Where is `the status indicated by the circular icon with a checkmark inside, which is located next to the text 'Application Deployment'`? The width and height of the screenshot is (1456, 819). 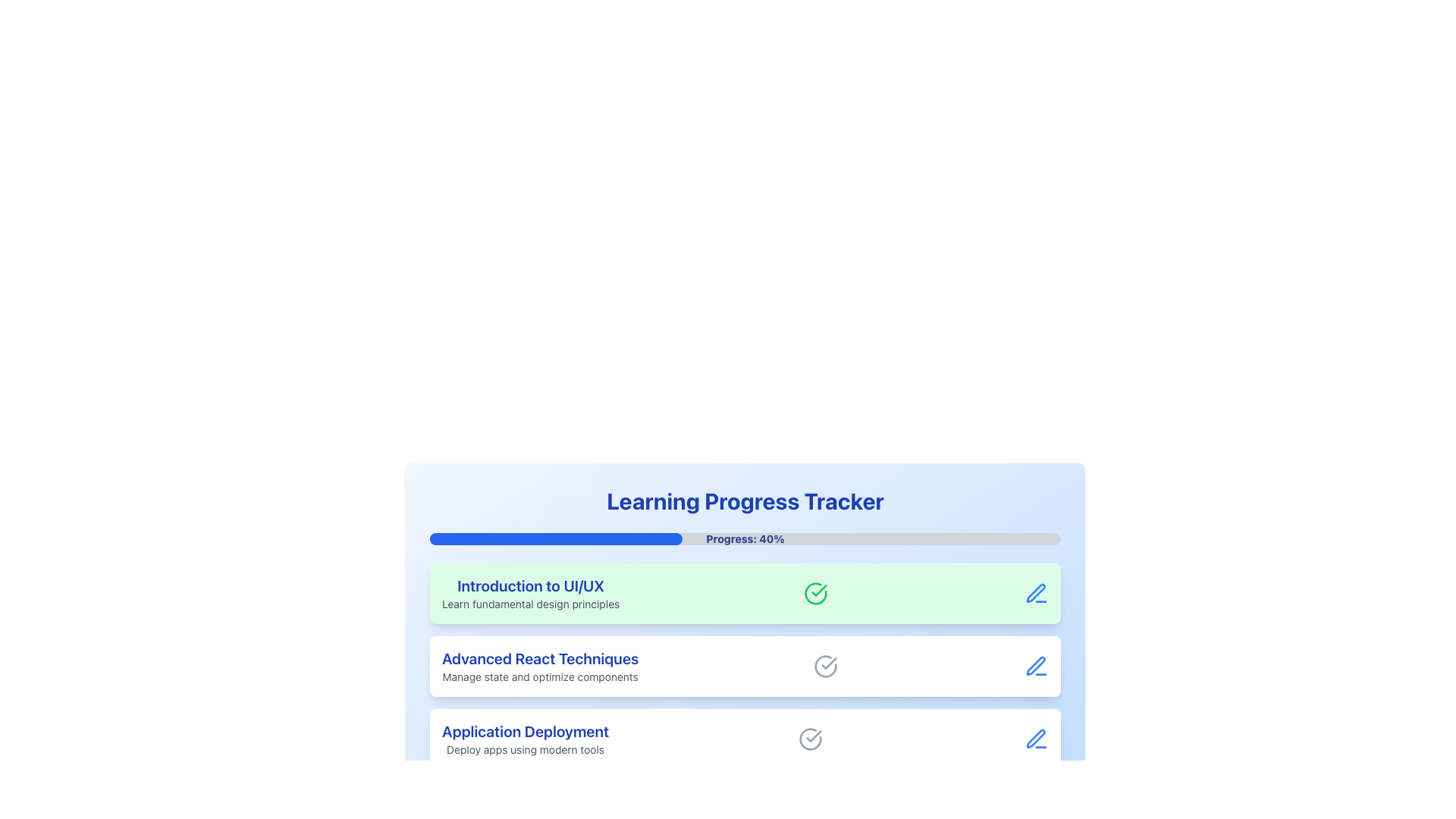
the status indicated by the circular icon with a checkmark inside, which is located next to the text 'Application Deployment' is located at coordinates (810, 739).